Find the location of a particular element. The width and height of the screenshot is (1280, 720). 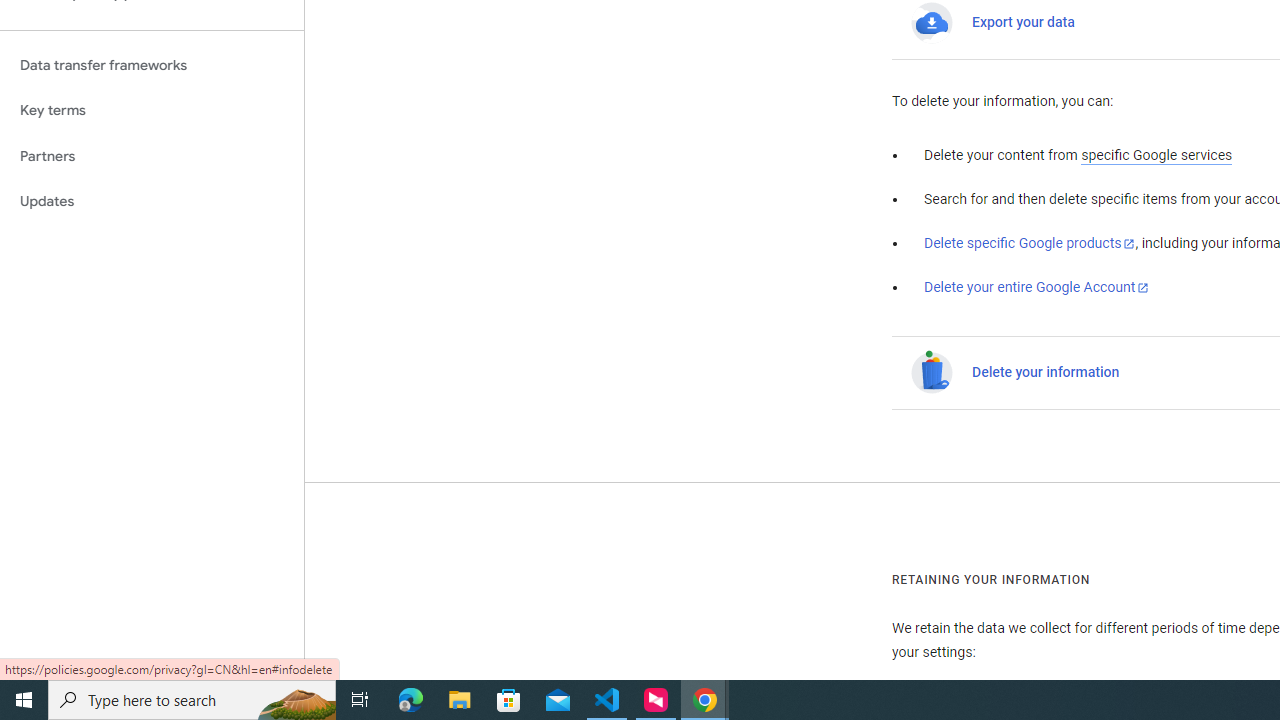

'Export your data' is located at coordinates (1023, 22).